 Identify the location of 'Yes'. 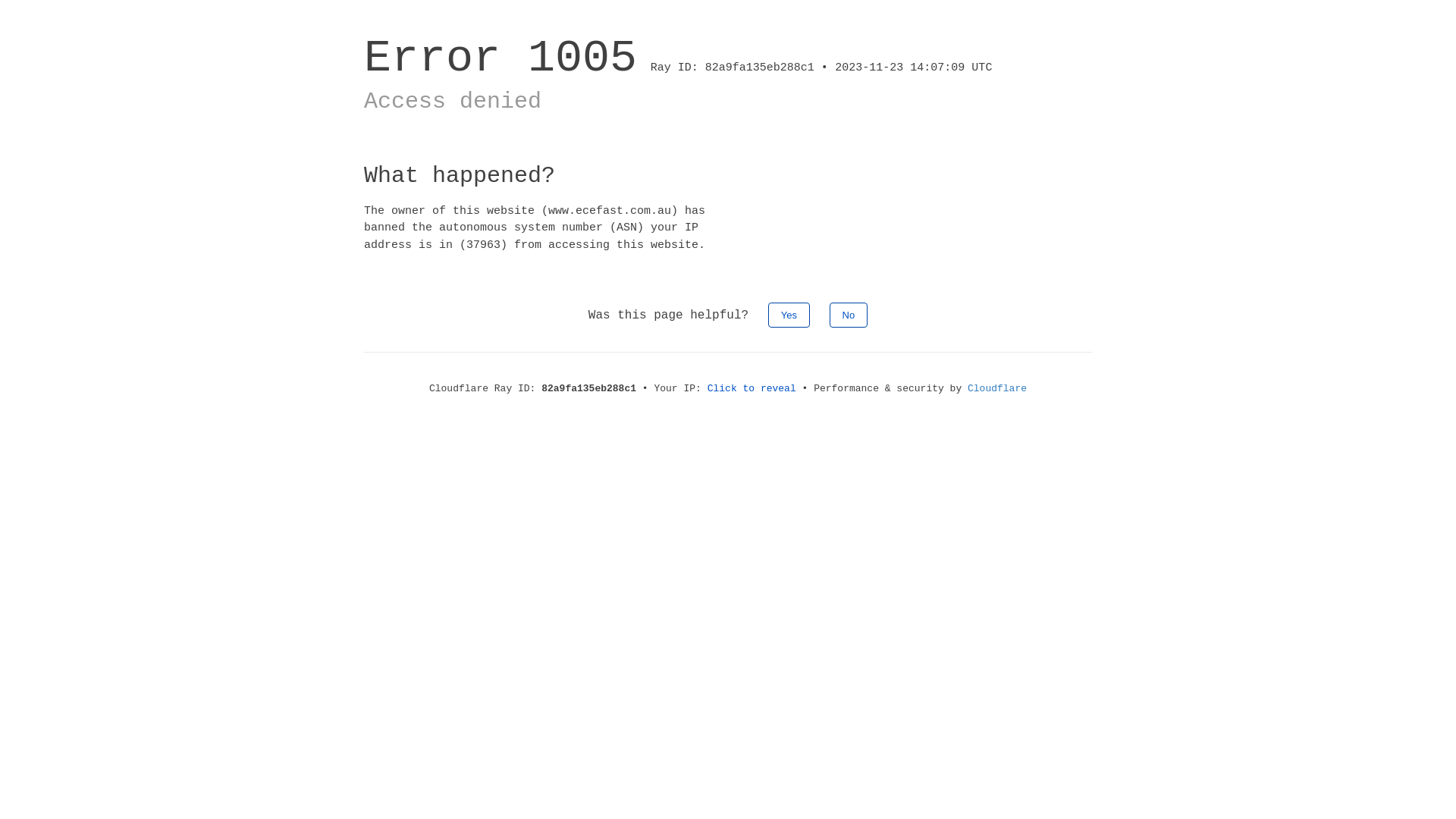
(789, 314).